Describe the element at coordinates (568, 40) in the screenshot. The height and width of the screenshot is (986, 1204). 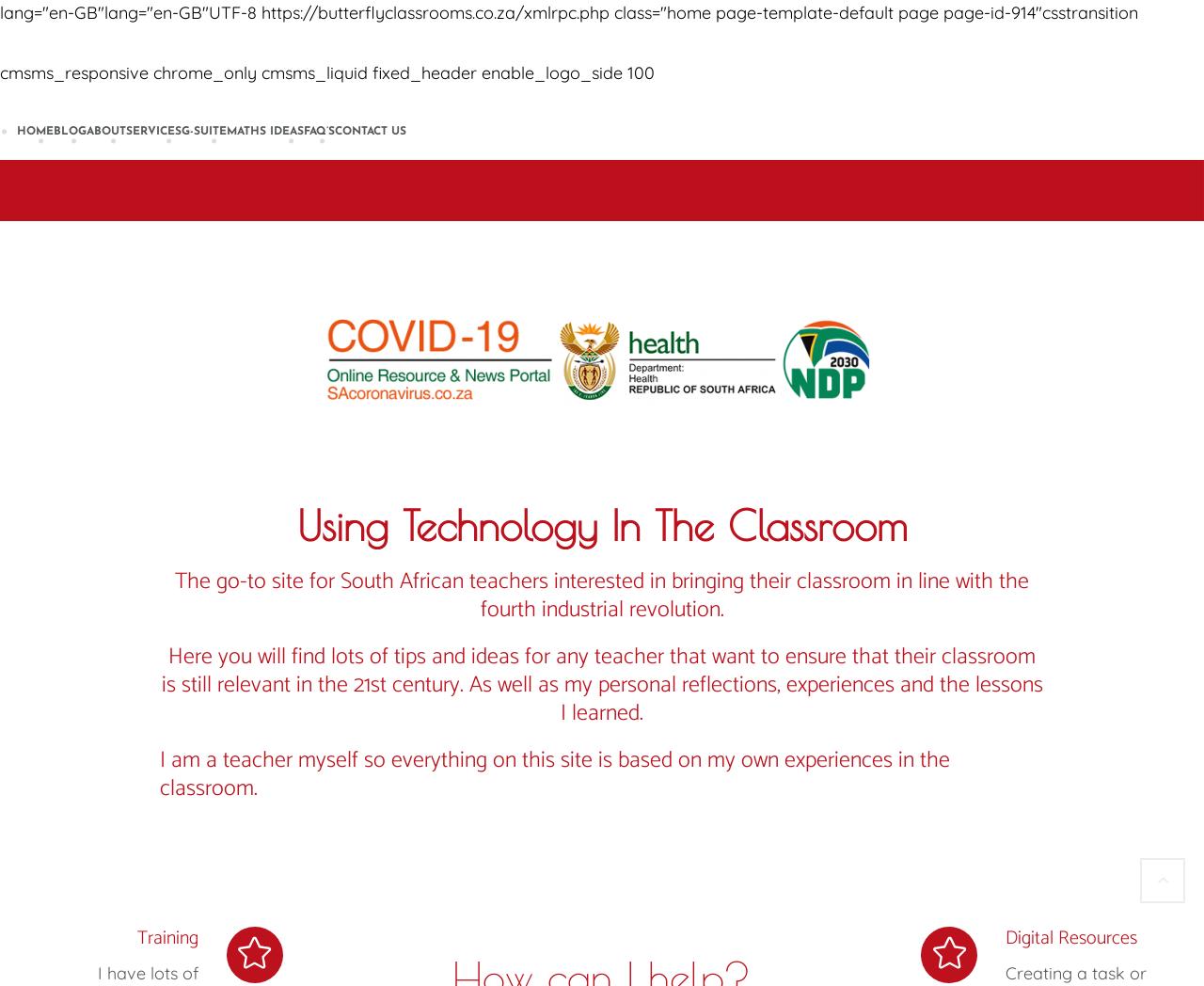
I see `'class="home page-template-default page page-id-914"csstransition cmsms_responsive chrome_only cmsms_liquid fixed_header enable_logo_side 100'` at that location.